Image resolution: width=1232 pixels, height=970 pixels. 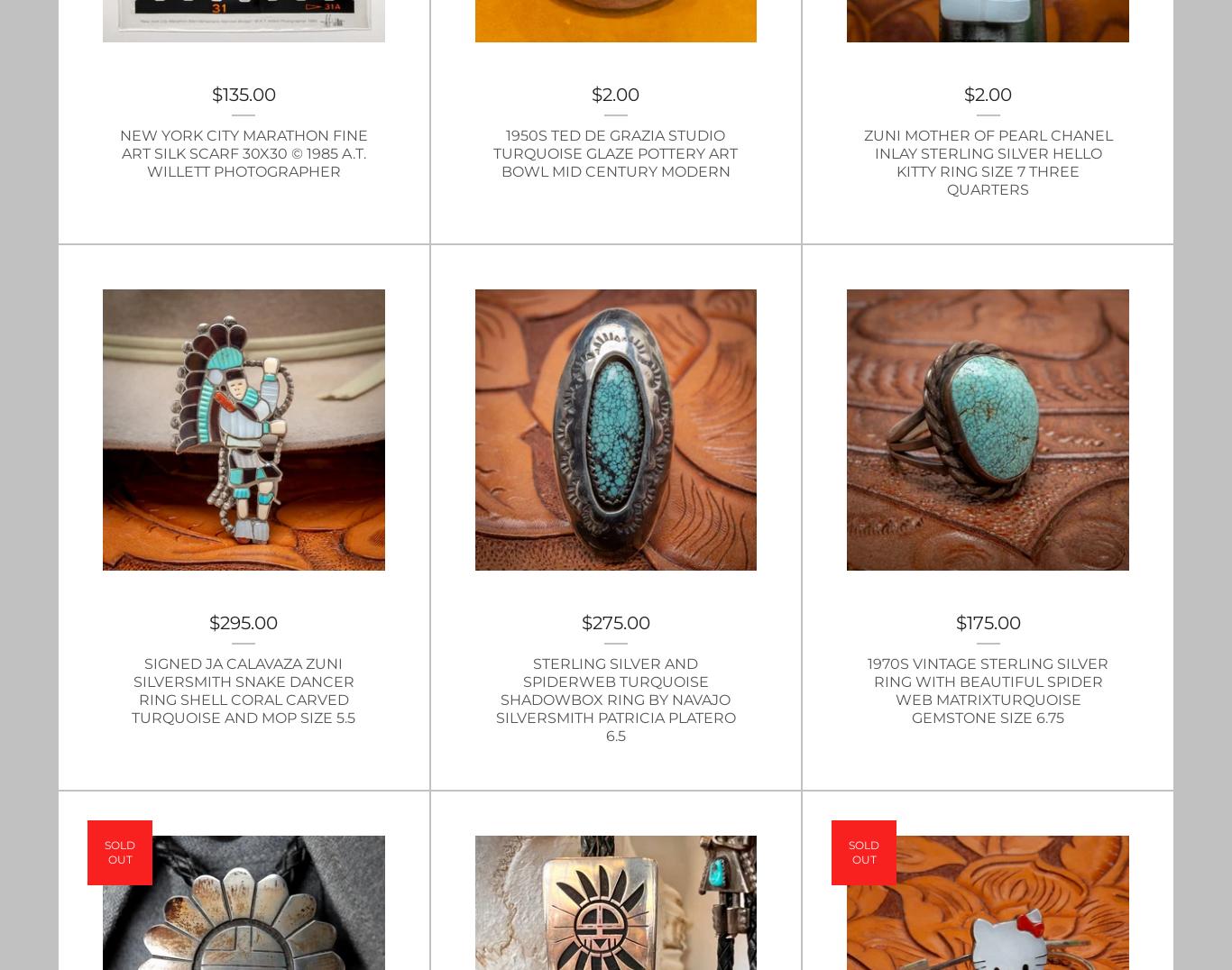 I want to click on 'Signed JA Calavaza Zuni Silversmith Snake Dancer Ring Shell Coral Carved Turquoise and MOP Size 5.5', so click(x=244, y=691).